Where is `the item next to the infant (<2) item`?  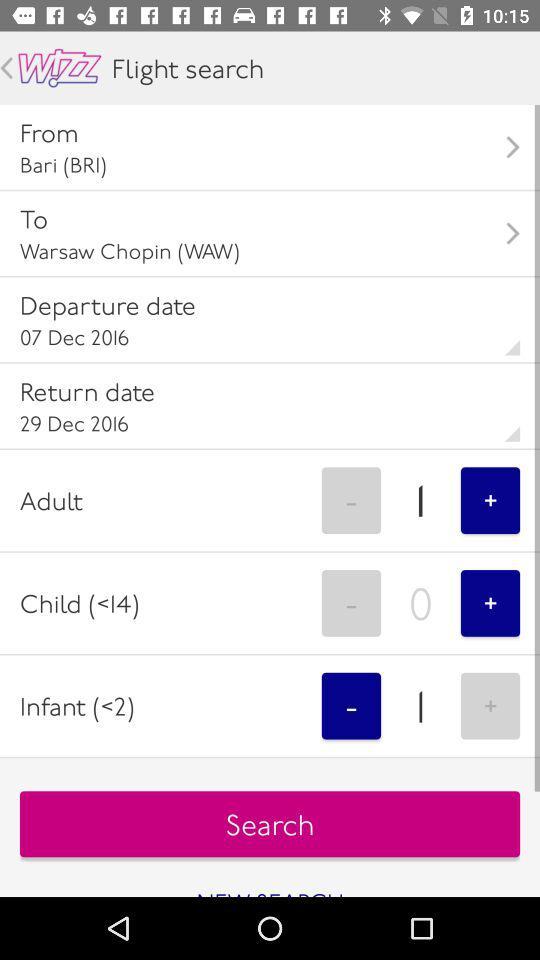 the item next to the infant (<2) item is located at coordinates (350, 706).